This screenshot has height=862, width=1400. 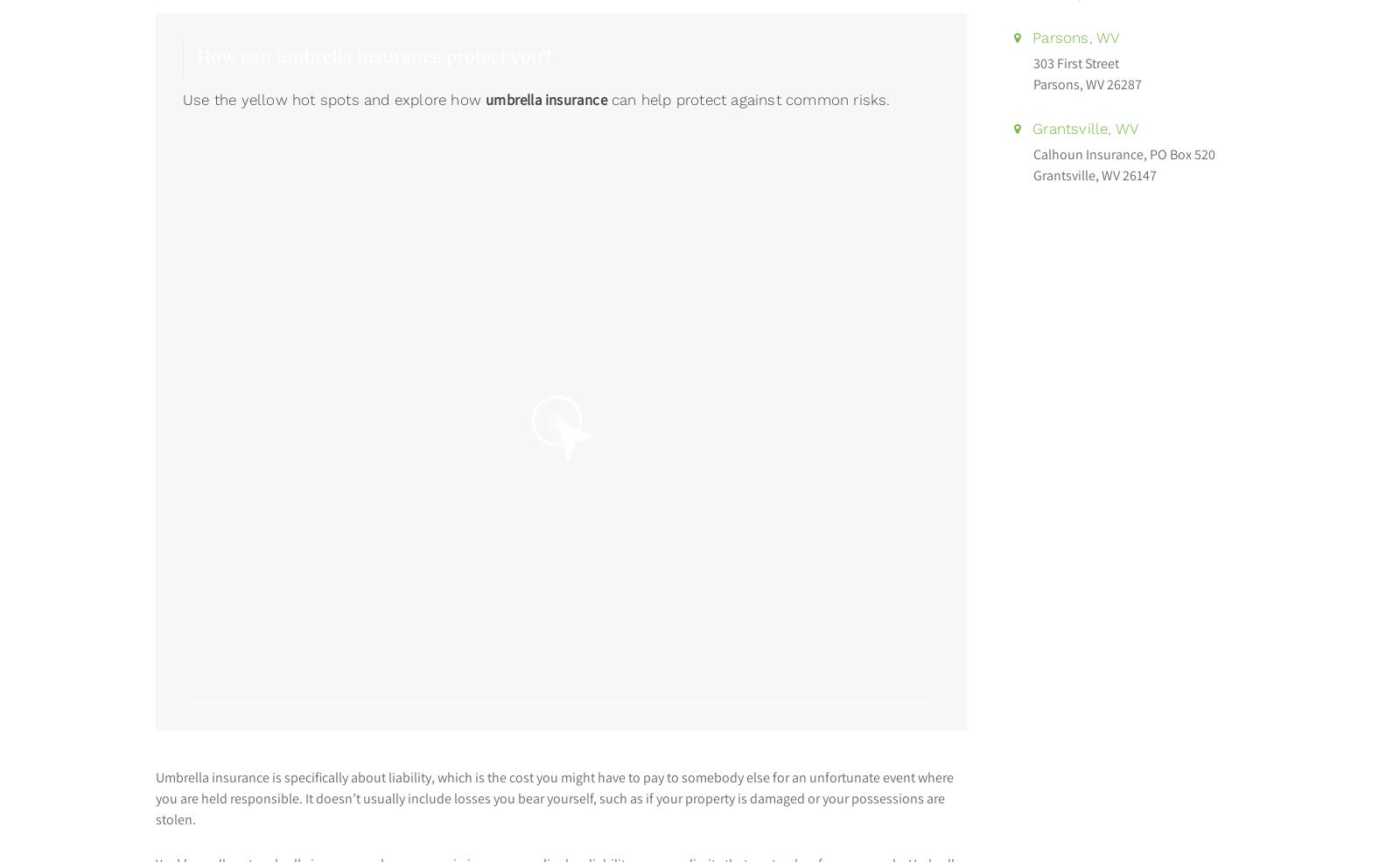 I want to click on 'Grantsville, WV', so click(x=1081, y=128).